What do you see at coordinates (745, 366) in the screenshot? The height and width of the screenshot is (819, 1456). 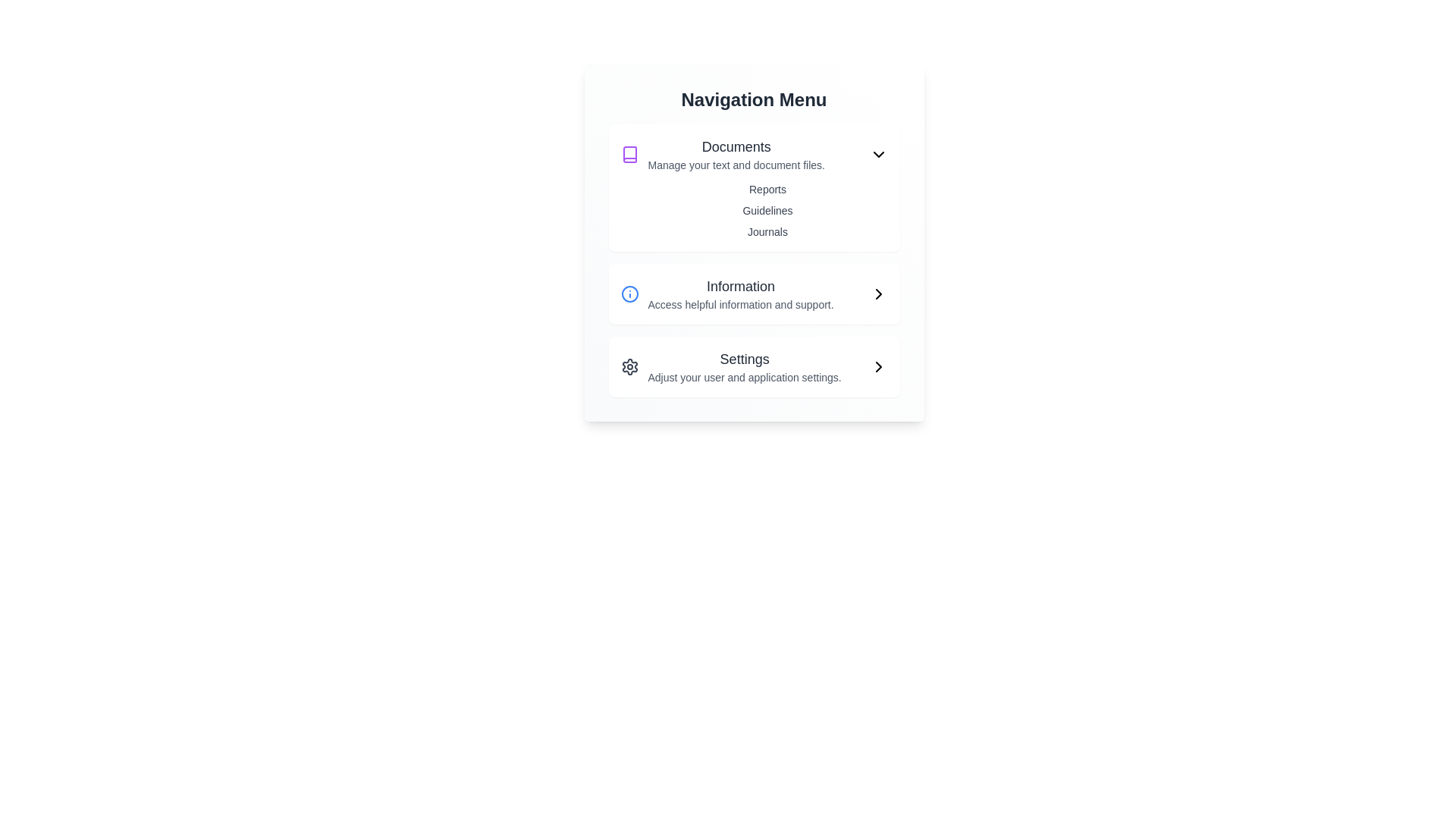 I see `the 'Settings' interactive display item located in the third row of the vertical navigation menu` at bounding box center [745, 366].